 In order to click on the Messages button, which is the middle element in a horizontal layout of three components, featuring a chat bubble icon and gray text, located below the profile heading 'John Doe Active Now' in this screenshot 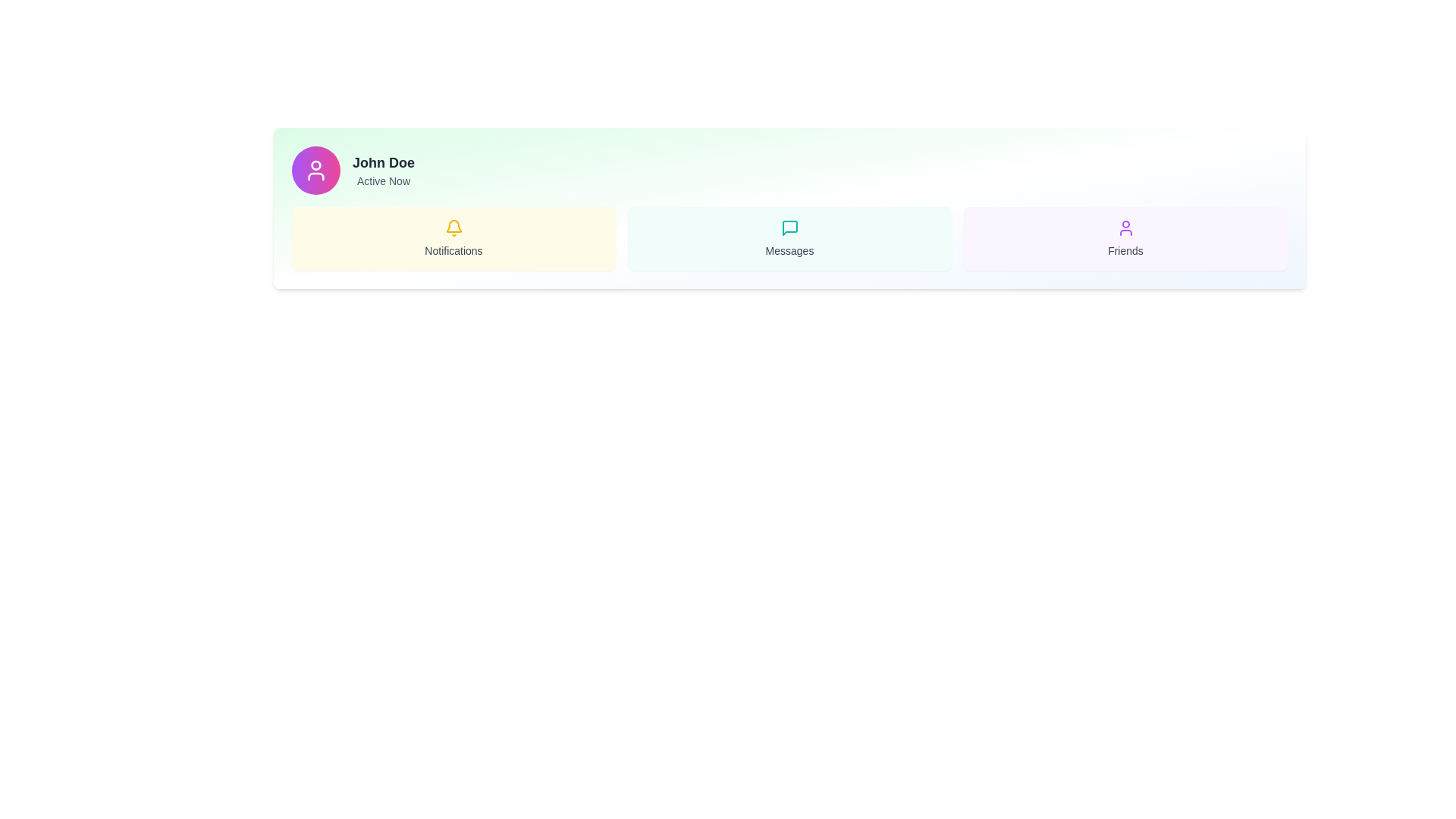, I will do `click(789, 239)`.